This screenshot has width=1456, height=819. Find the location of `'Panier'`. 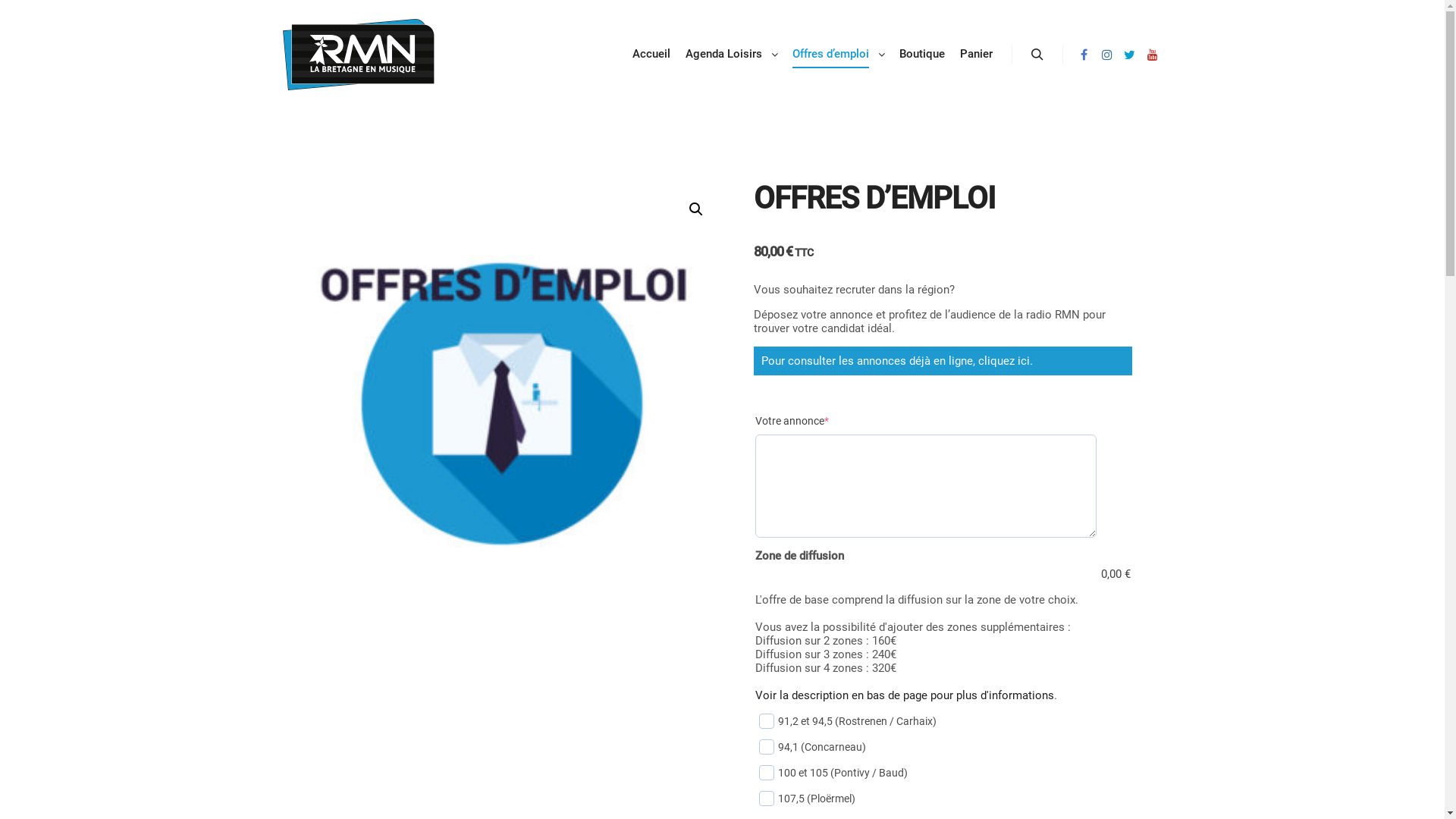

'Panier' is located at coordinates (952, 53).